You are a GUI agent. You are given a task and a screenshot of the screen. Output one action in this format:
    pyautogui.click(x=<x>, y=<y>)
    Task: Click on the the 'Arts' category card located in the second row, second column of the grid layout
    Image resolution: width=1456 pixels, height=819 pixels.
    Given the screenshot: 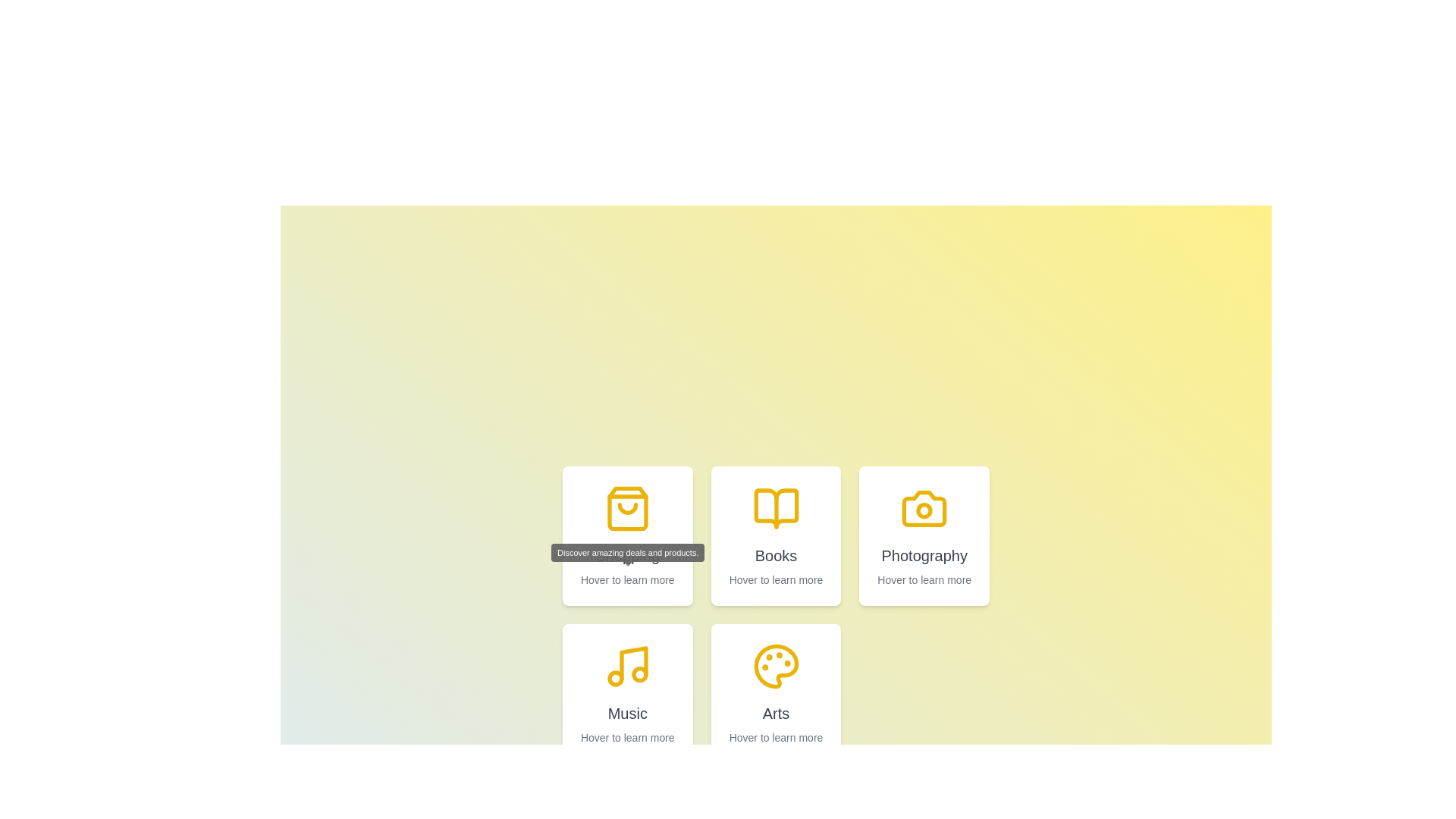 What is the action you would take?
    pyautogui.click(x=776, y=693)
    